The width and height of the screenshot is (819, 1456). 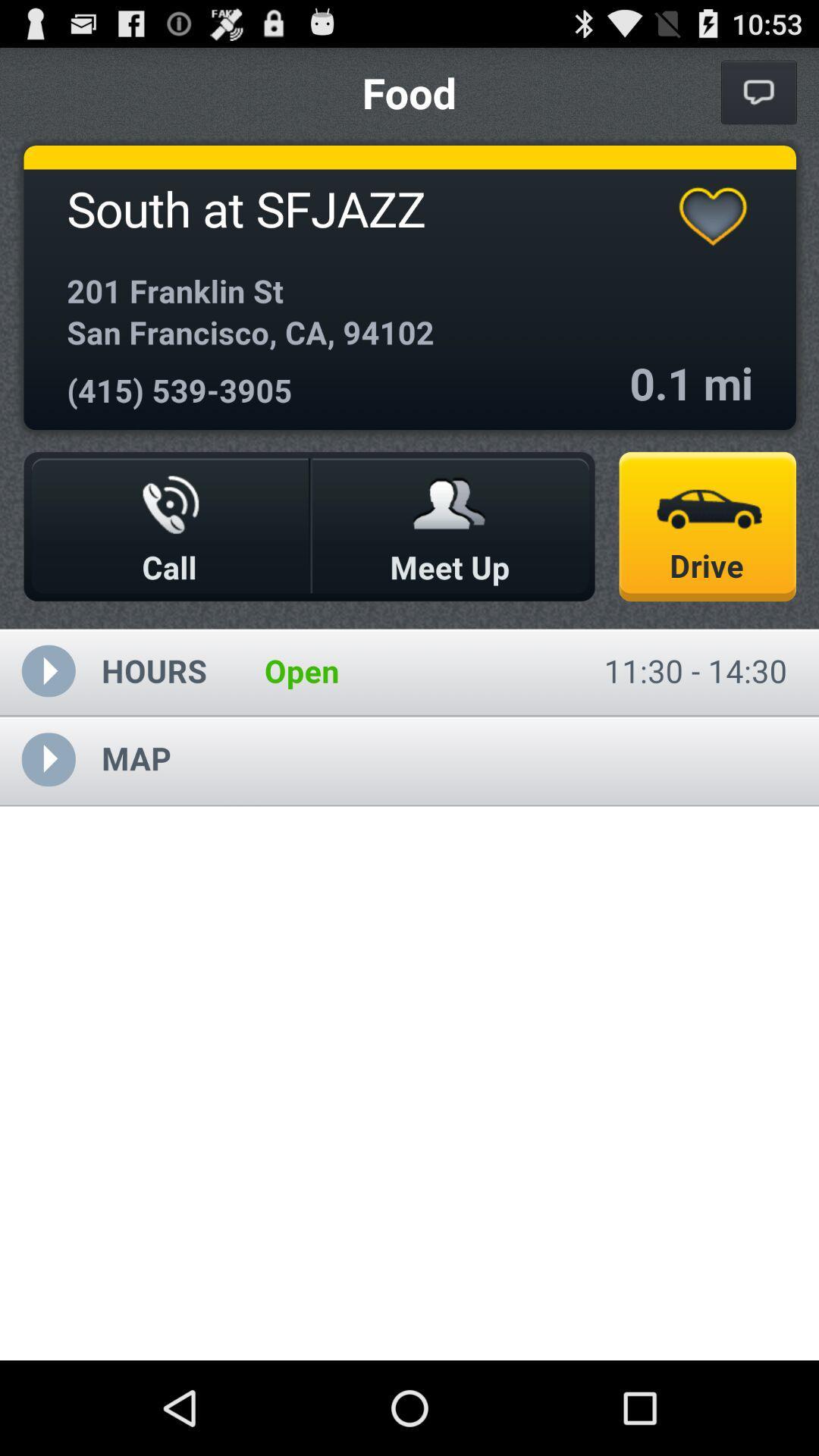 I want to click on the chat icon, so click(x=758, y=98).